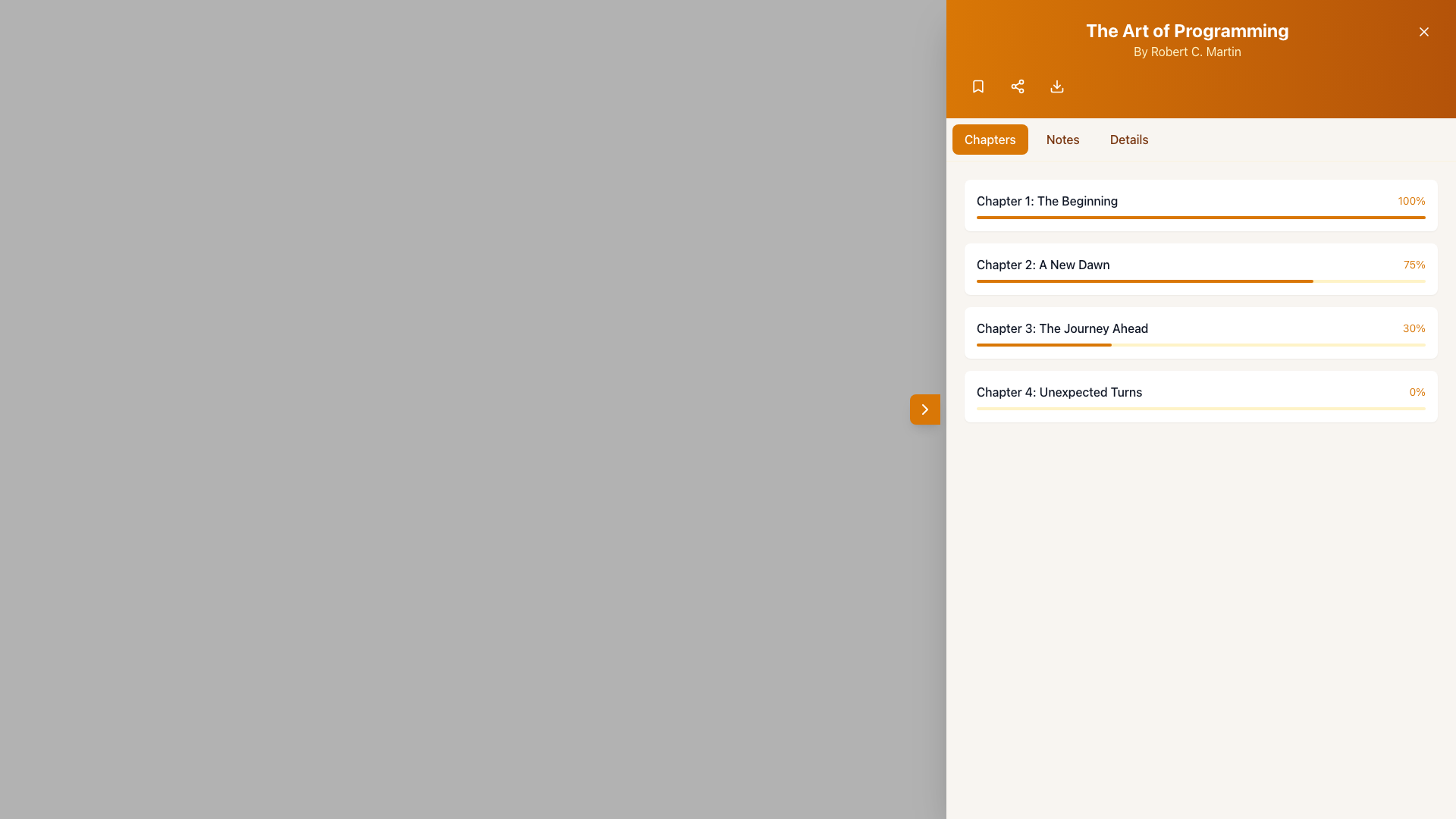 The image size is (1456, 819). Describe the element at coordinates (978, 86) in the screenshot. I see `the bookmark icon located in the top-left area of the title bar` at that location.